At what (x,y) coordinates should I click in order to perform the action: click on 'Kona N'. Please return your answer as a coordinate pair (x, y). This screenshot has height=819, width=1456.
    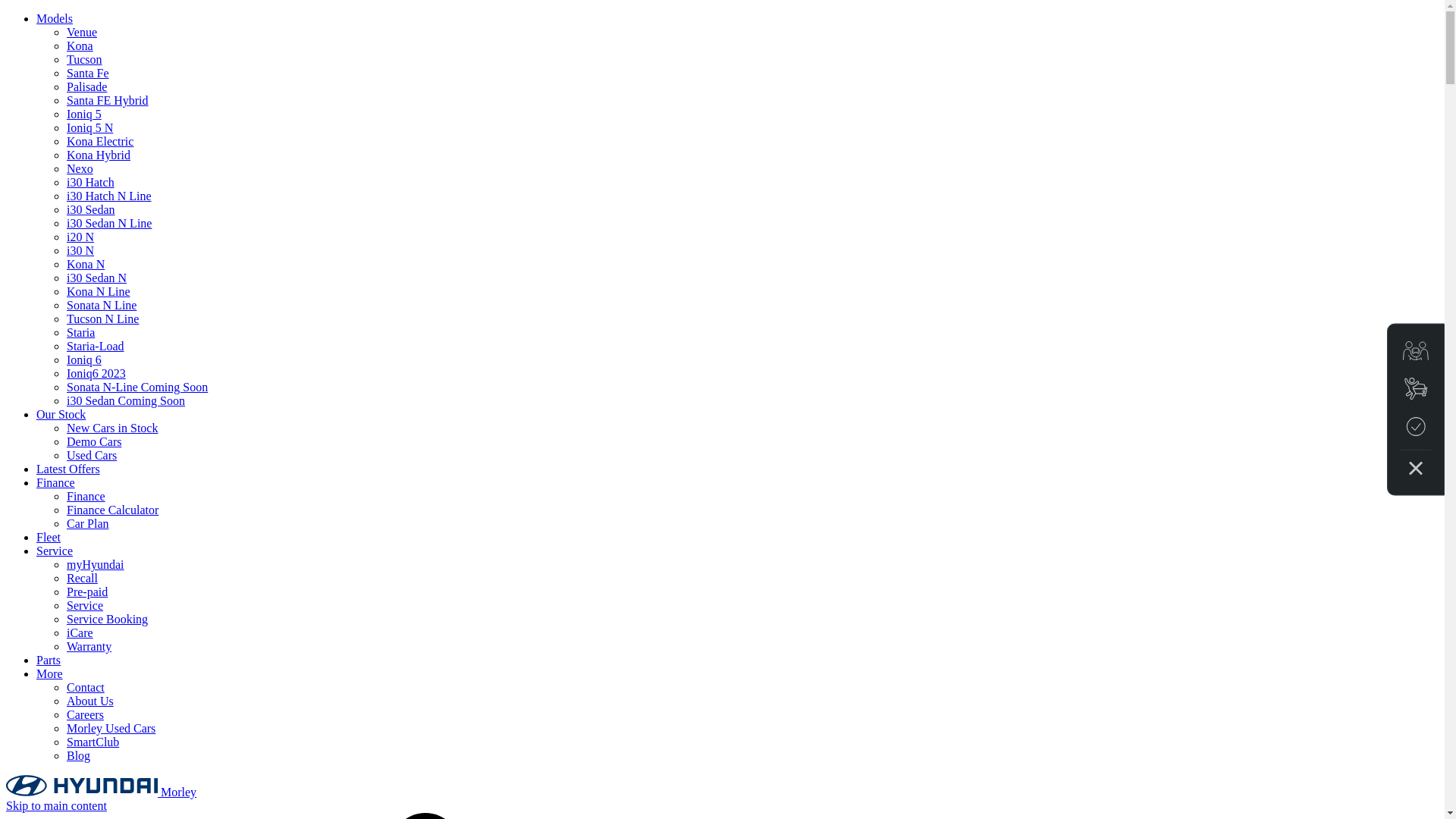
    Looking at the image, I should click on (85, 263).